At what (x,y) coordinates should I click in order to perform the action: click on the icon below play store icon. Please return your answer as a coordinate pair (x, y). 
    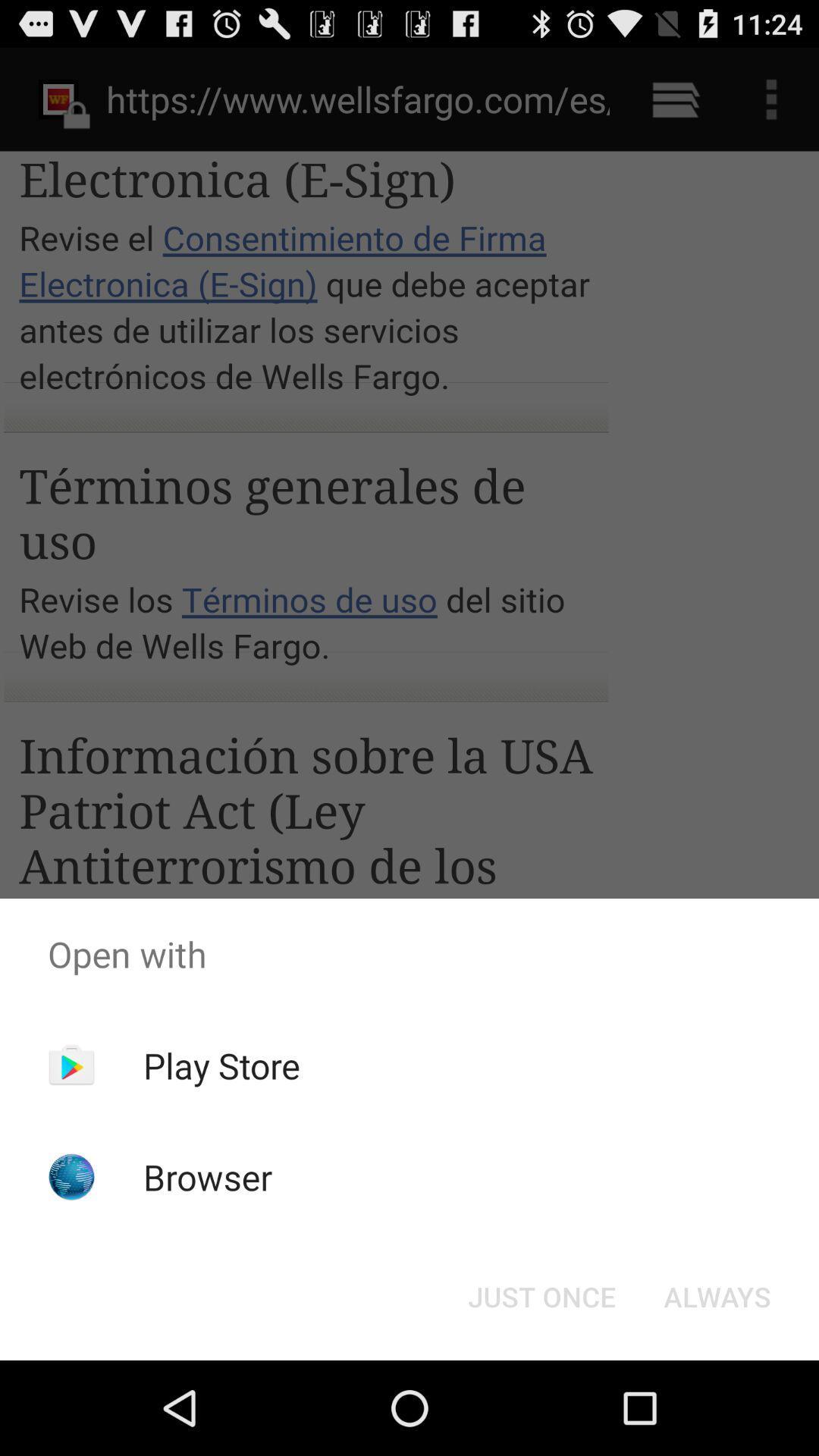
    Looking at the image, I should click on (208, 1176).